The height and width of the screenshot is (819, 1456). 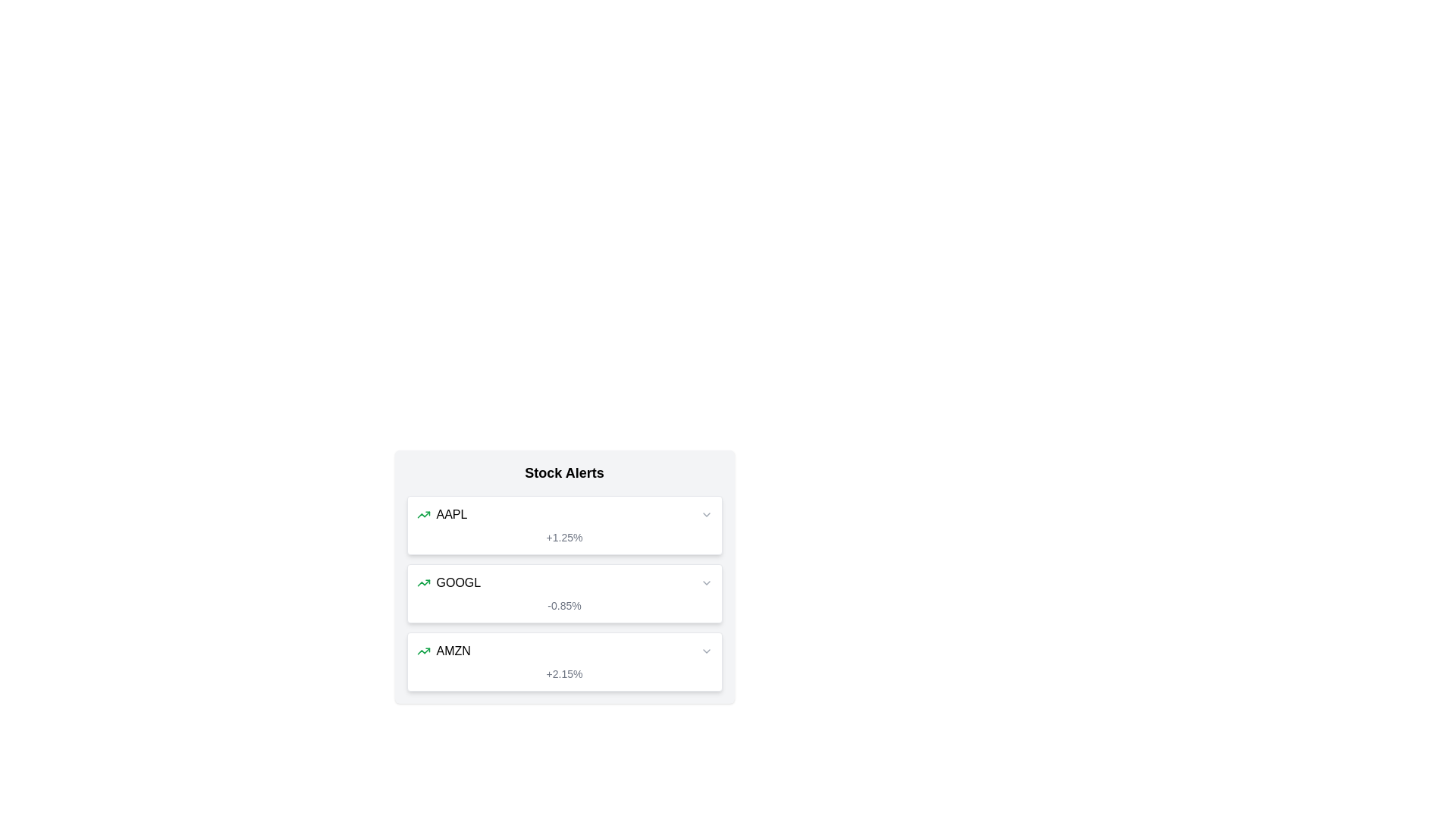 I want to click on the text label displaying '+2.15%' located at the bottom of the 'AMZN' card in the 'Stock Alerts' interface, so click(x=563, y=673).